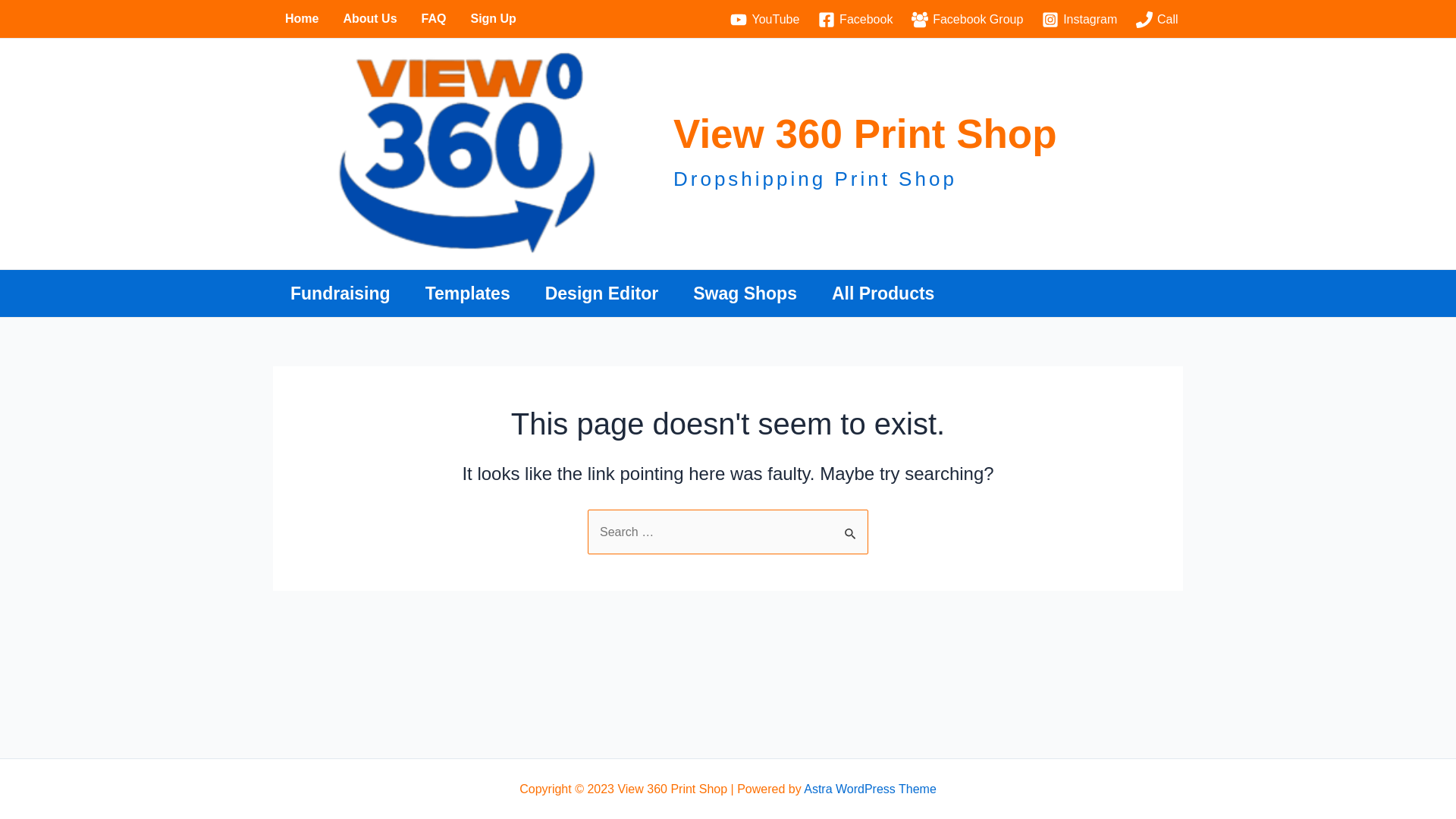  Describe the element at coordinates (813, 20) in the screenshot. I see `'Facebook'` at that location.